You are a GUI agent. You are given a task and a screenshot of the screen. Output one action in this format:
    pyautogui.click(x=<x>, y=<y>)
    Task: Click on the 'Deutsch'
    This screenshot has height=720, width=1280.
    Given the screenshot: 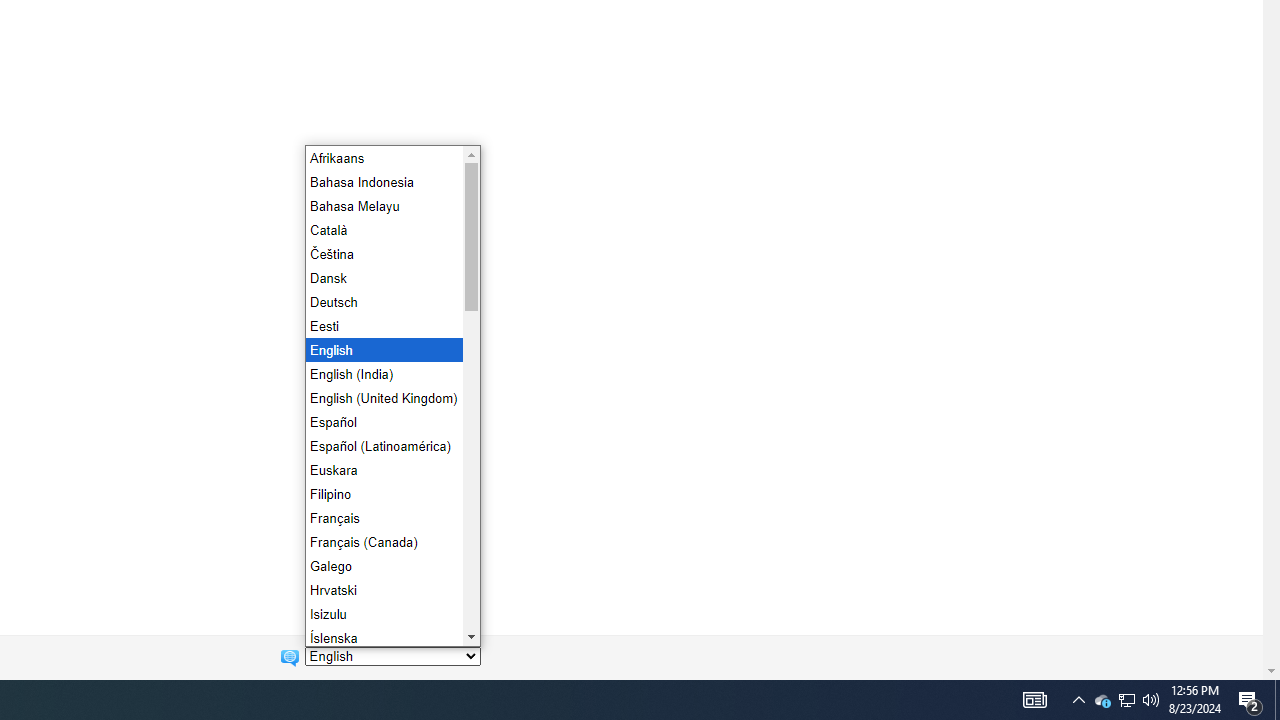 What is the action you would take?
    pyautogui.click(x=382, y=302)
    